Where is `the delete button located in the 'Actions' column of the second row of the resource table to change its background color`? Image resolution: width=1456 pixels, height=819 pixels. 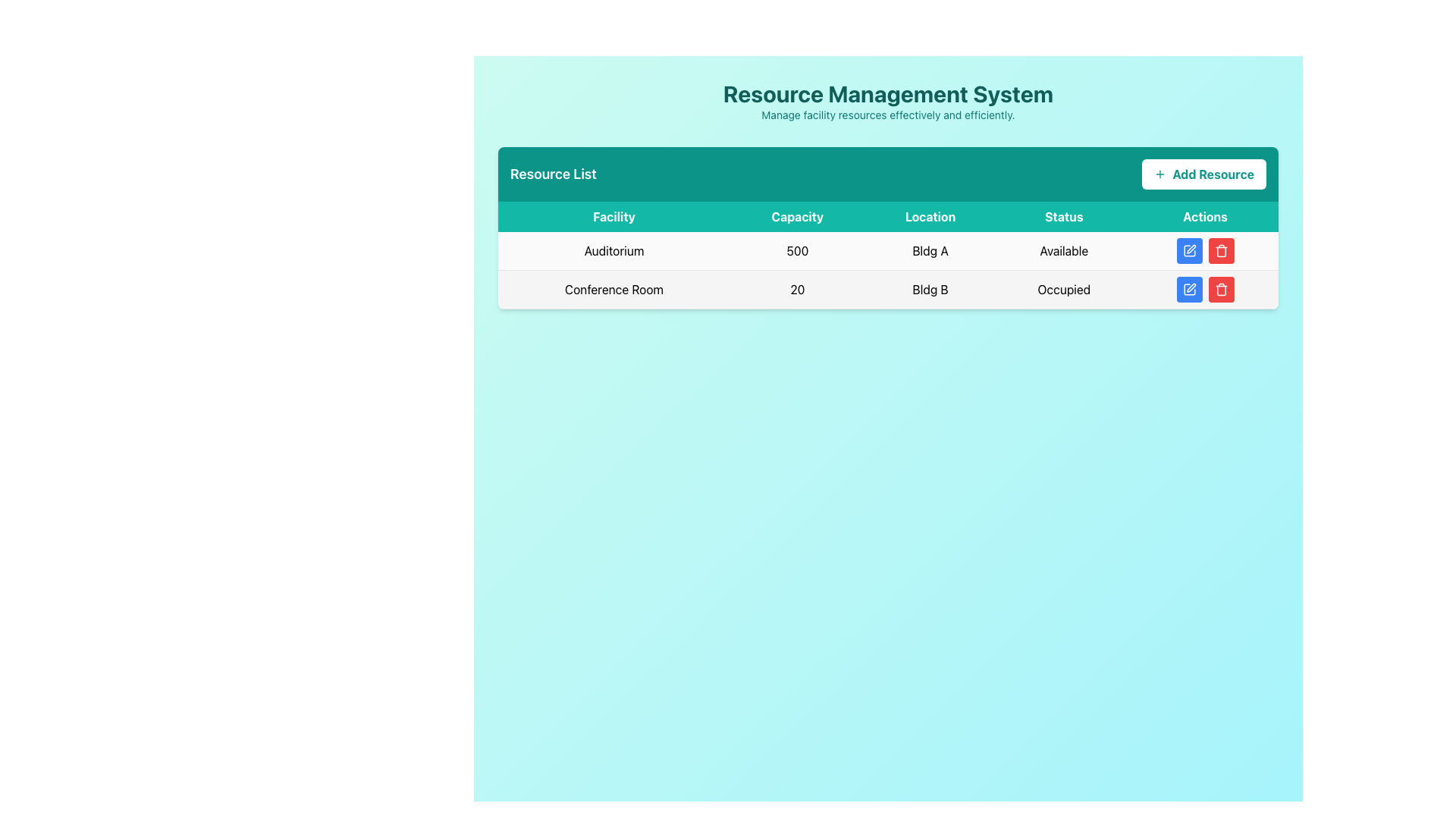
the delete button located in the 'Actions' column of the second row of the resource table to change its background color is located at coordinates (1221, 289).